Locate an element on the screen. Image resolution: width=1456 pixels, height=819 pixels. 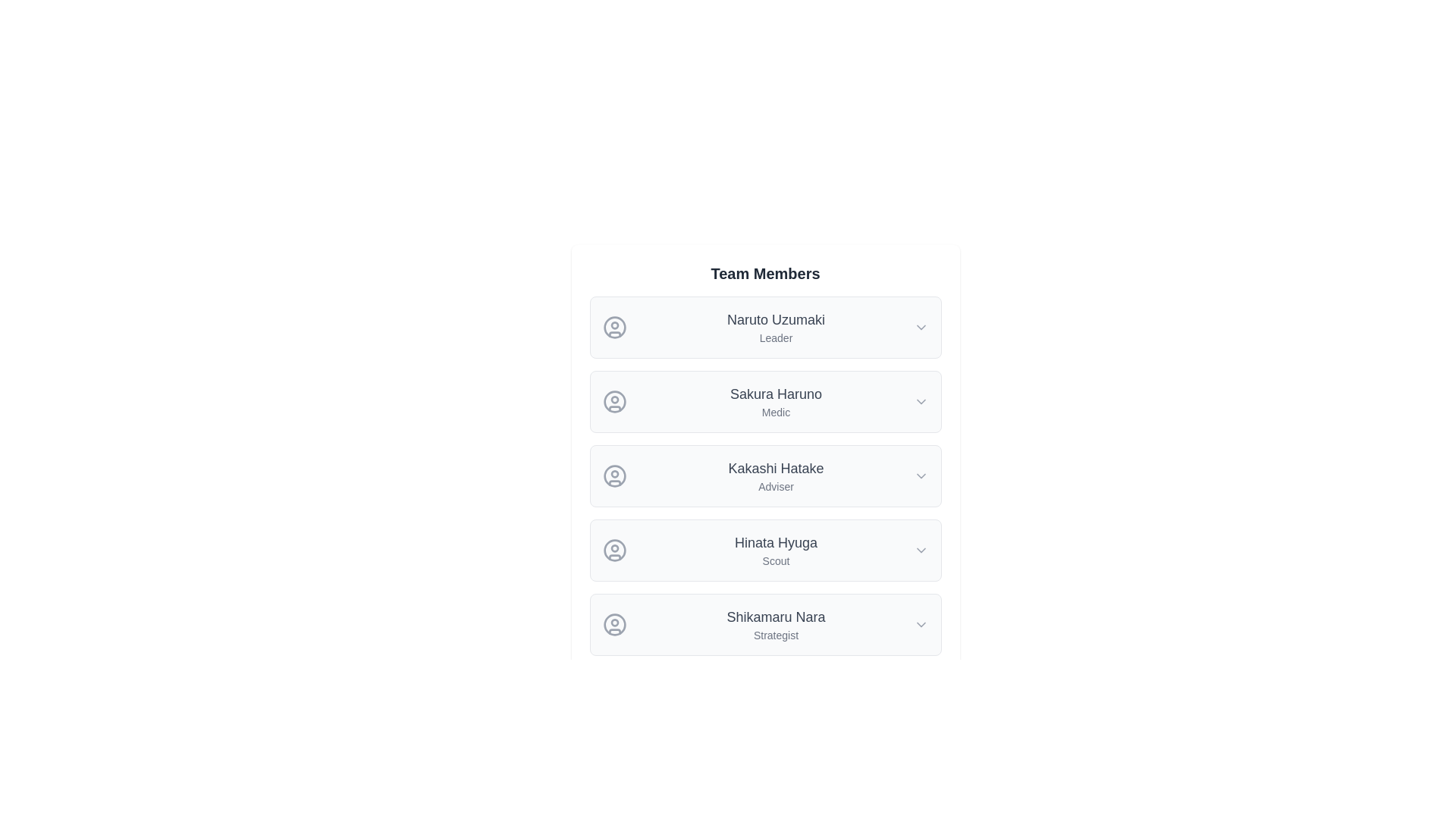
the text label indicating the role of team member 'Sakura Haruno' as 'Medic', which is positioned below their name in the list of team members is located at coordinates (776, 412).